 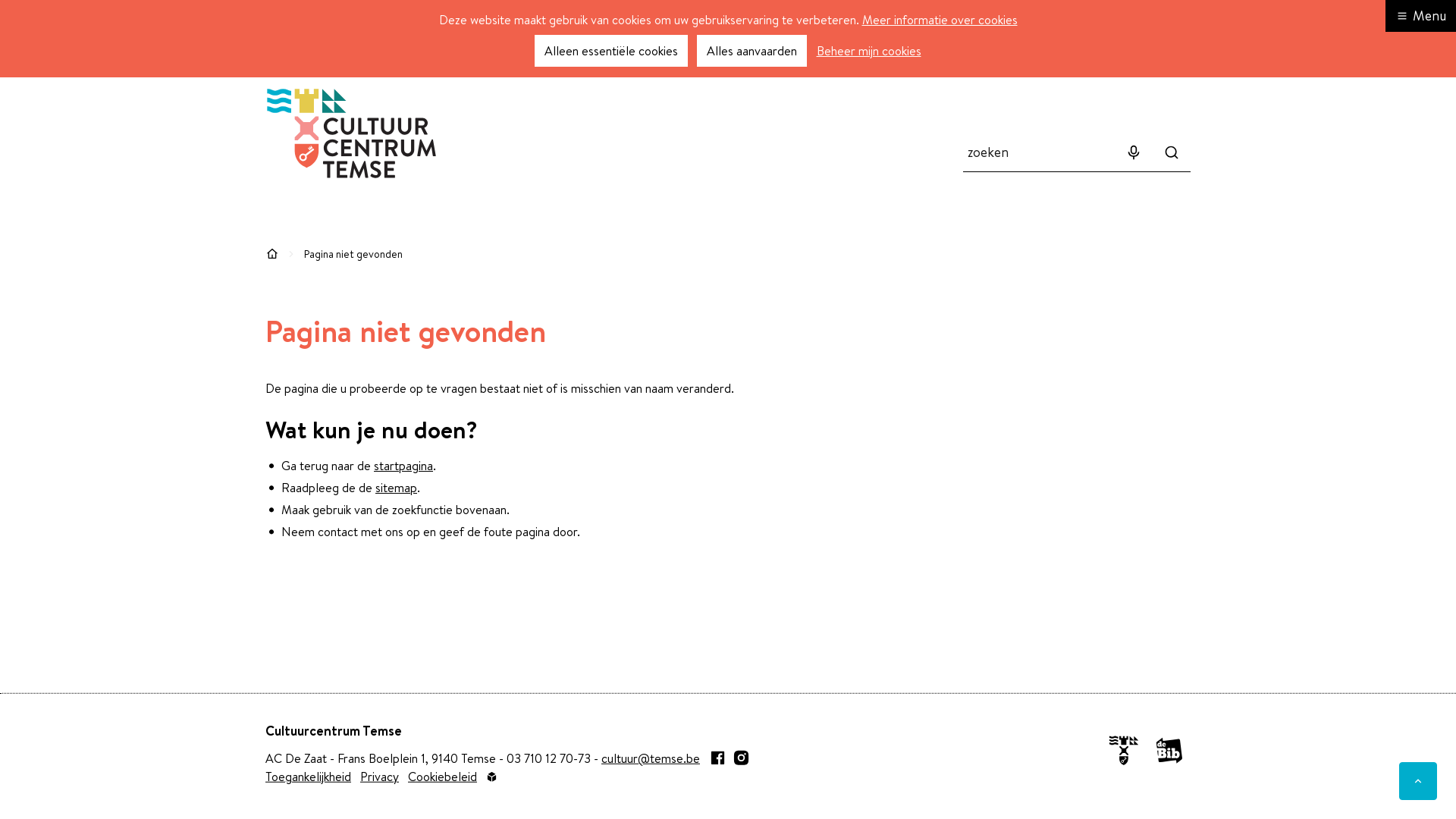 I want to click on 'sitemap', so click(x=396, y=488).